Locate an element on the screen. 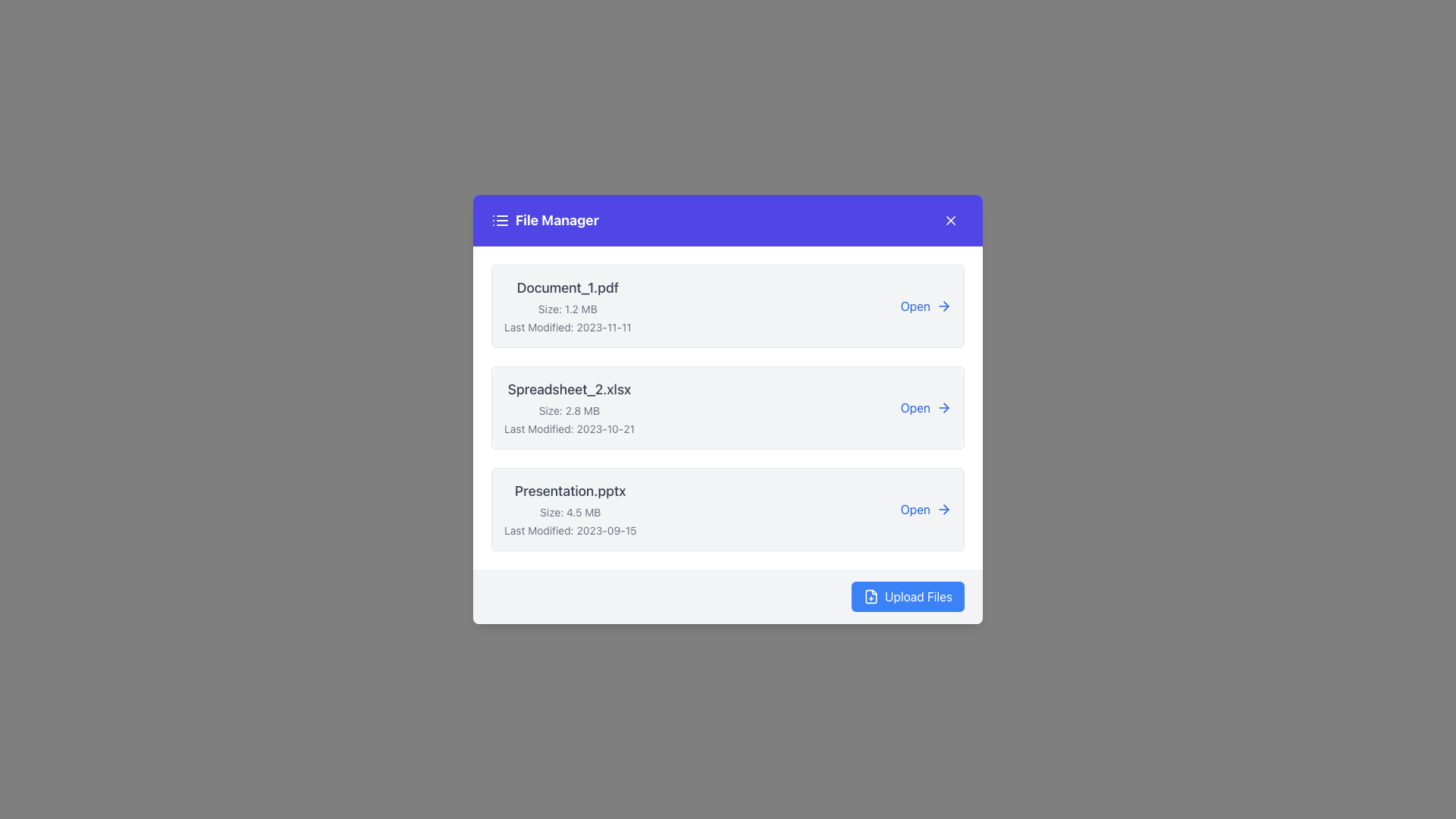 The height and width of the screenshot is (819, 1456). the menu icon located in the top-left corner of the modal window, inside the purple banner is located at coordinates (500, 220).